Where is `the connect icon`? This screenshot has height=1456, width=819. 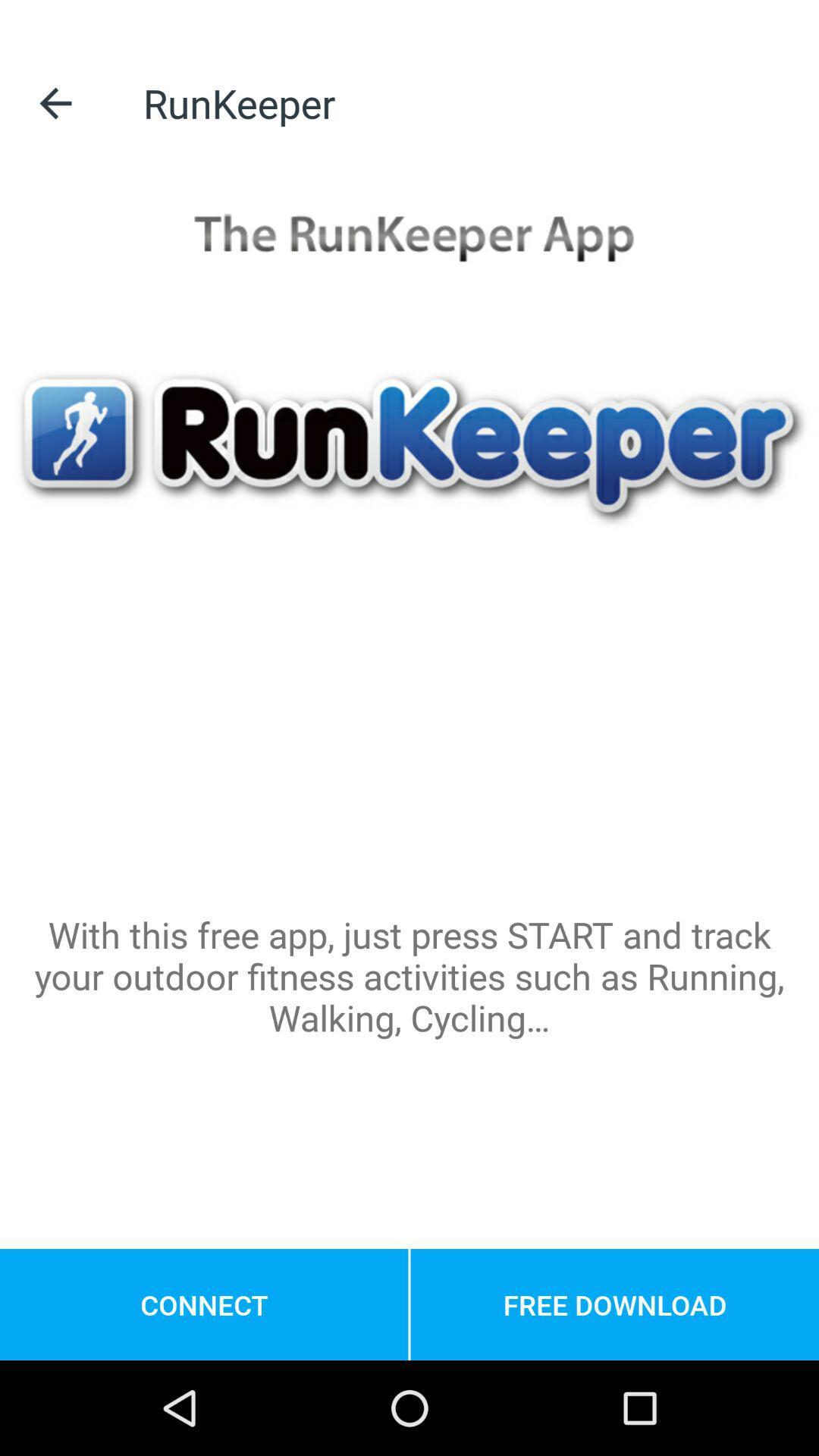 the connect icon is located at coordinates (203, 1304).